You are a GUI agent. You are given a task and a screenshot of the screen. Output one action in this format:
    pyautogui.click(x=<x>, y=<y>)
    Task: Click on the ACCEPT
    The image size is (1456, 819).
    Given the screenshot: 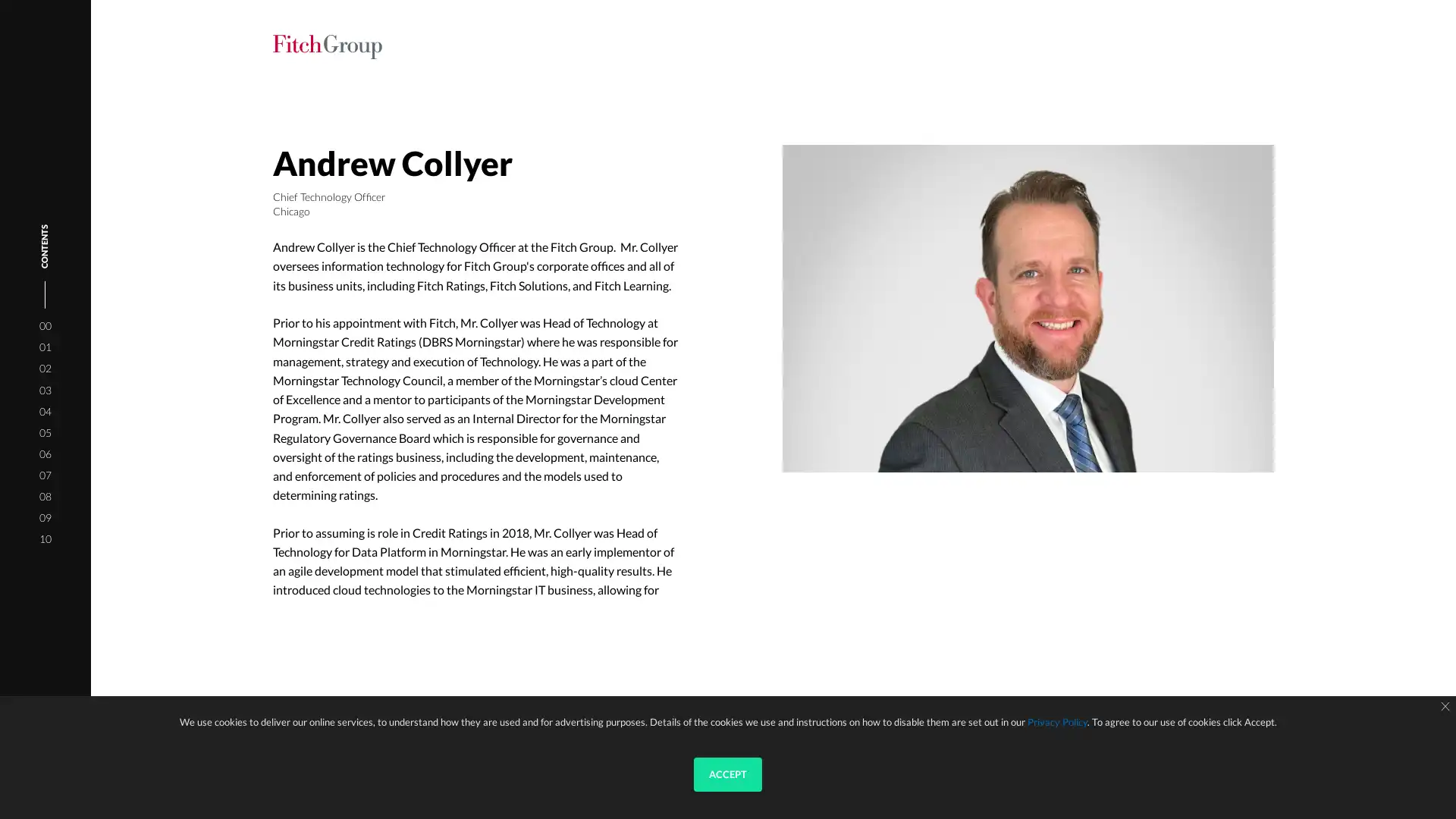 What is the action you would take?
    pyautogui.click(x=728, y=774)
    